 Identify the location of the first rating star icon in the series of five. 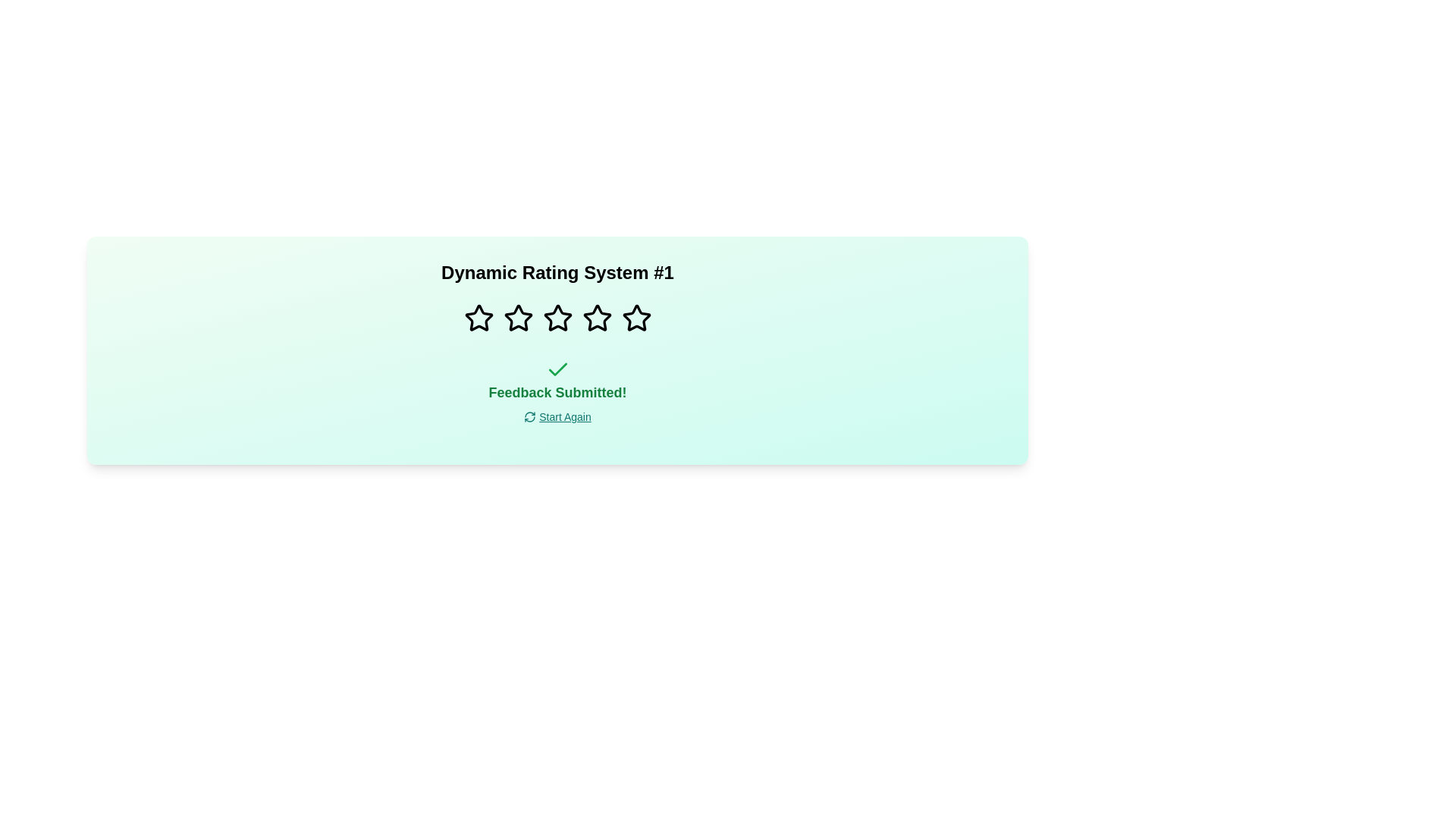
(478, 318).